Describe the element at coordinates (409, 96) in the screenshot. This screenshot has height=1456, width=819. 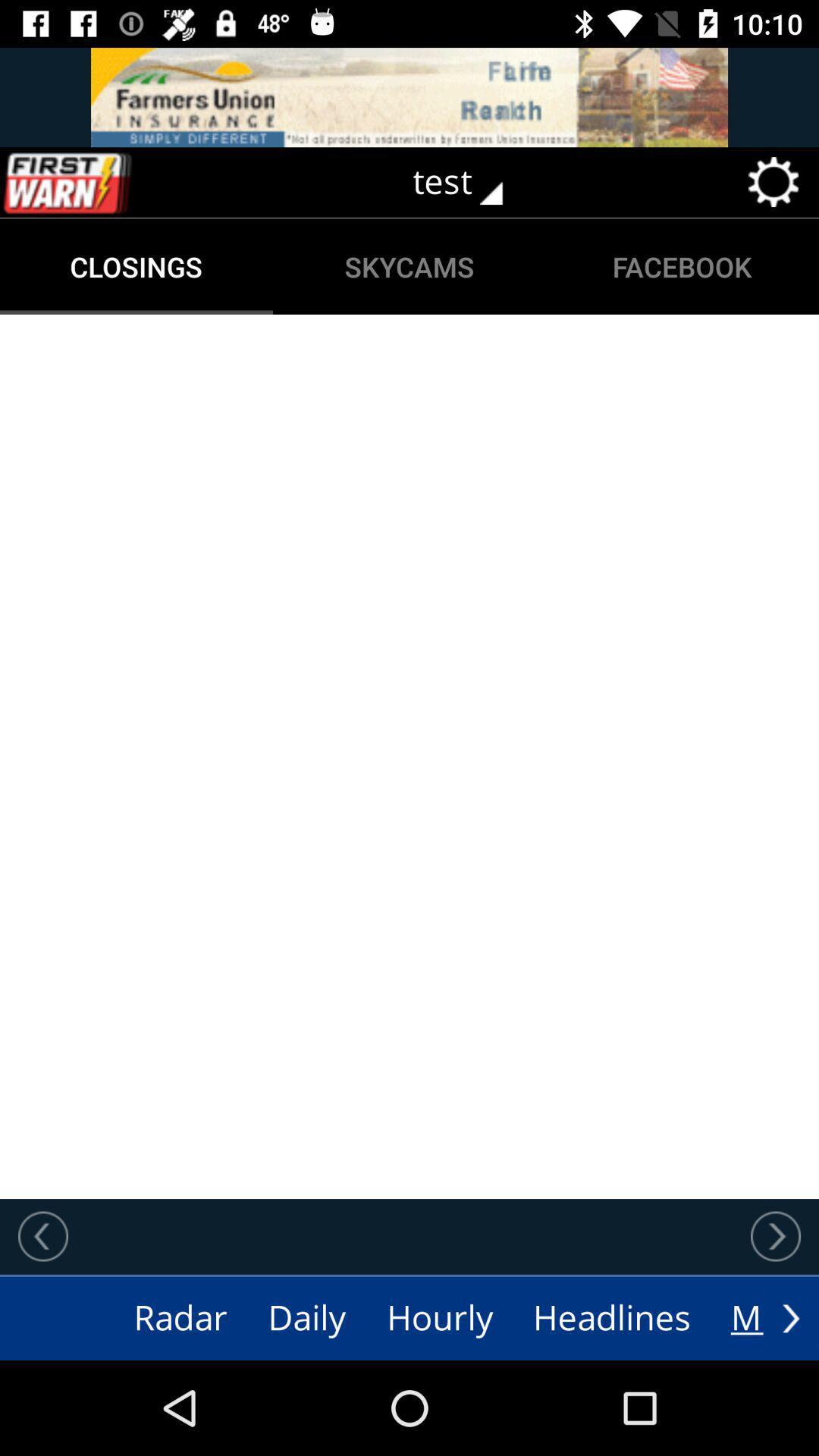
I see `direct to another website` at that location.